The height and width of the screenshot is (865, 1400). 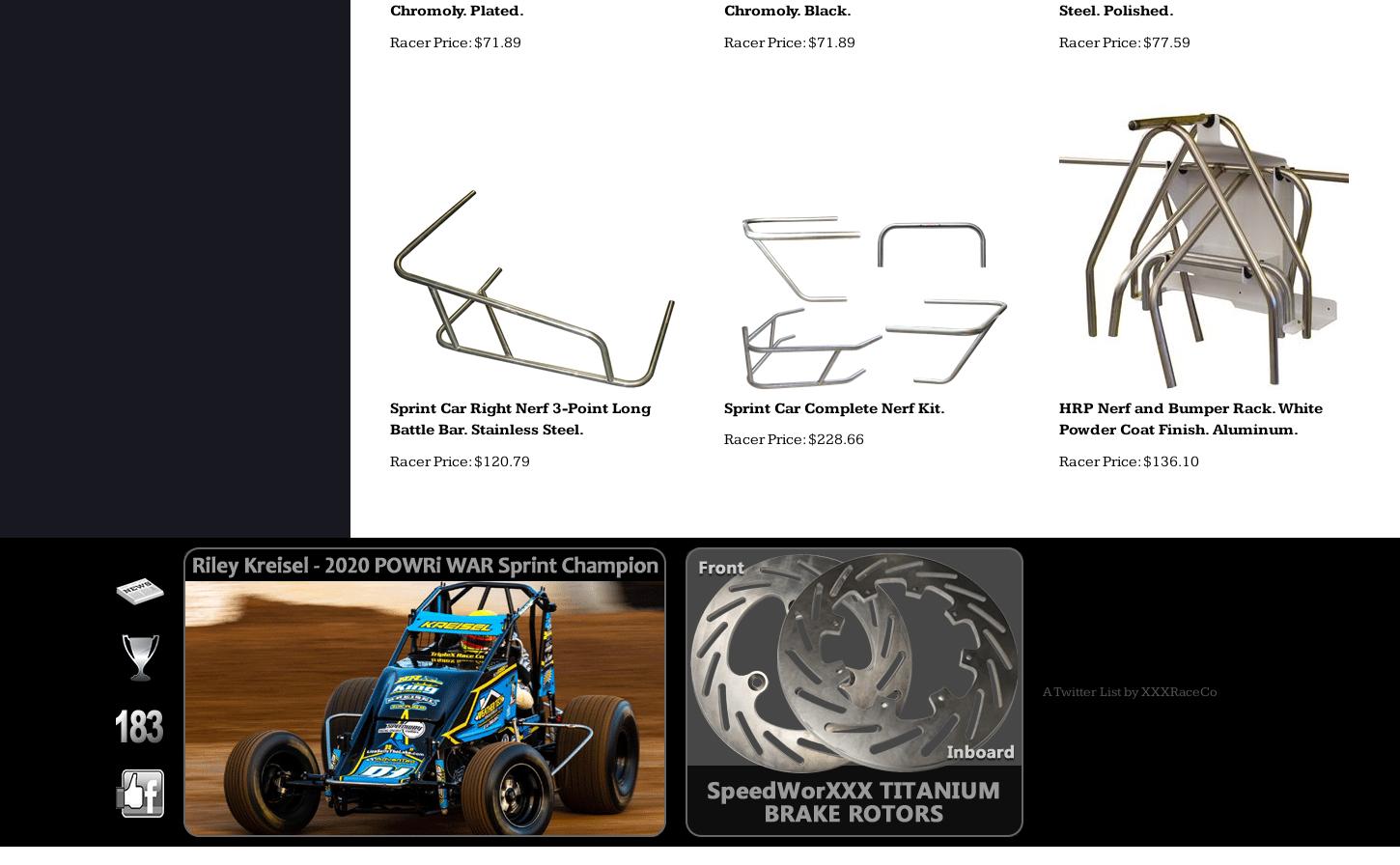 What do you see at coordinates (833, 407) in the screenshot?
I see `'Sprint Car Complete Nerf Kit.'` at bounding box center [833, 407].